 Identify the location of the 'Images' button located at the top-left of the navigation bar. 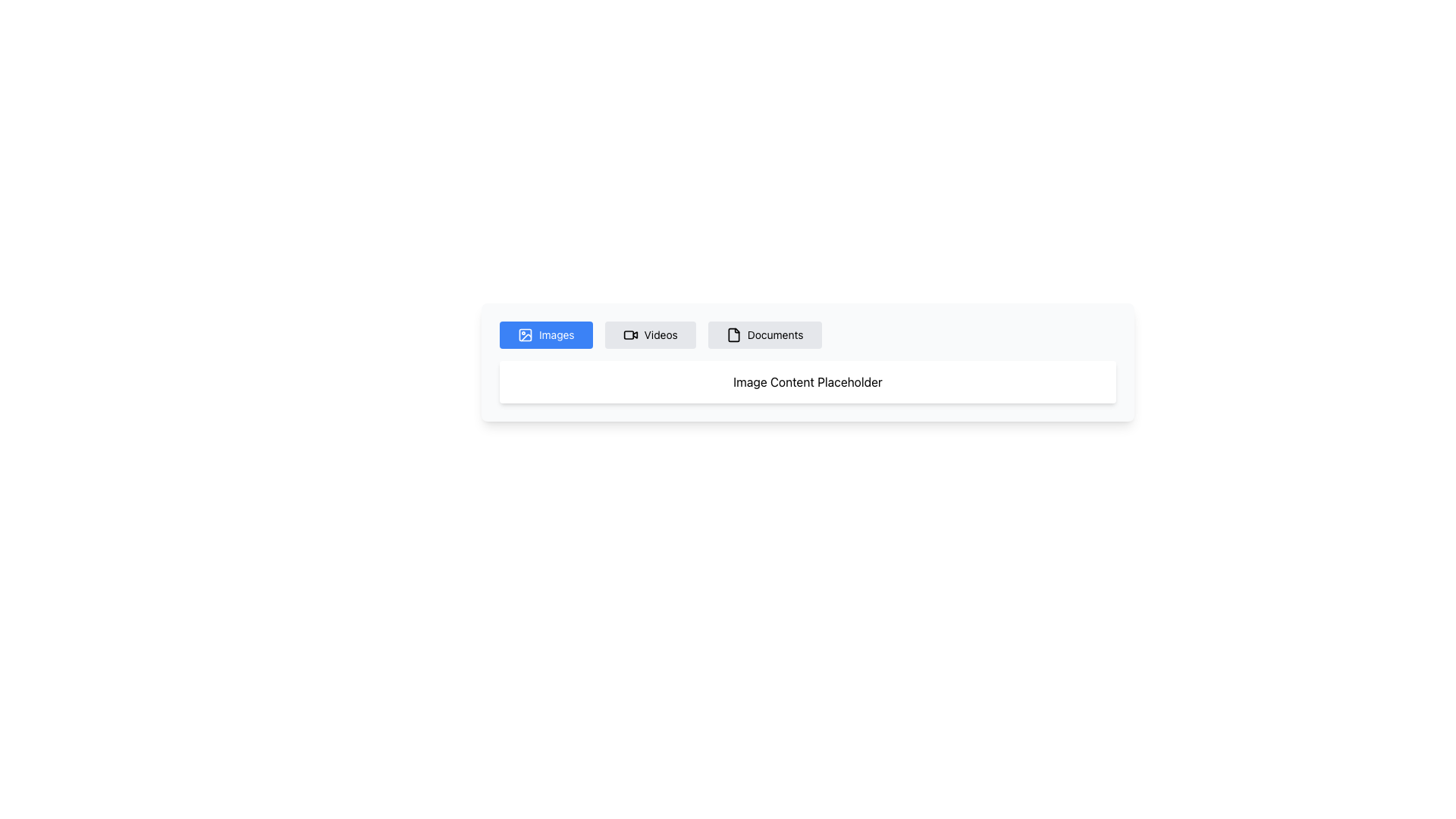
(525, 334).